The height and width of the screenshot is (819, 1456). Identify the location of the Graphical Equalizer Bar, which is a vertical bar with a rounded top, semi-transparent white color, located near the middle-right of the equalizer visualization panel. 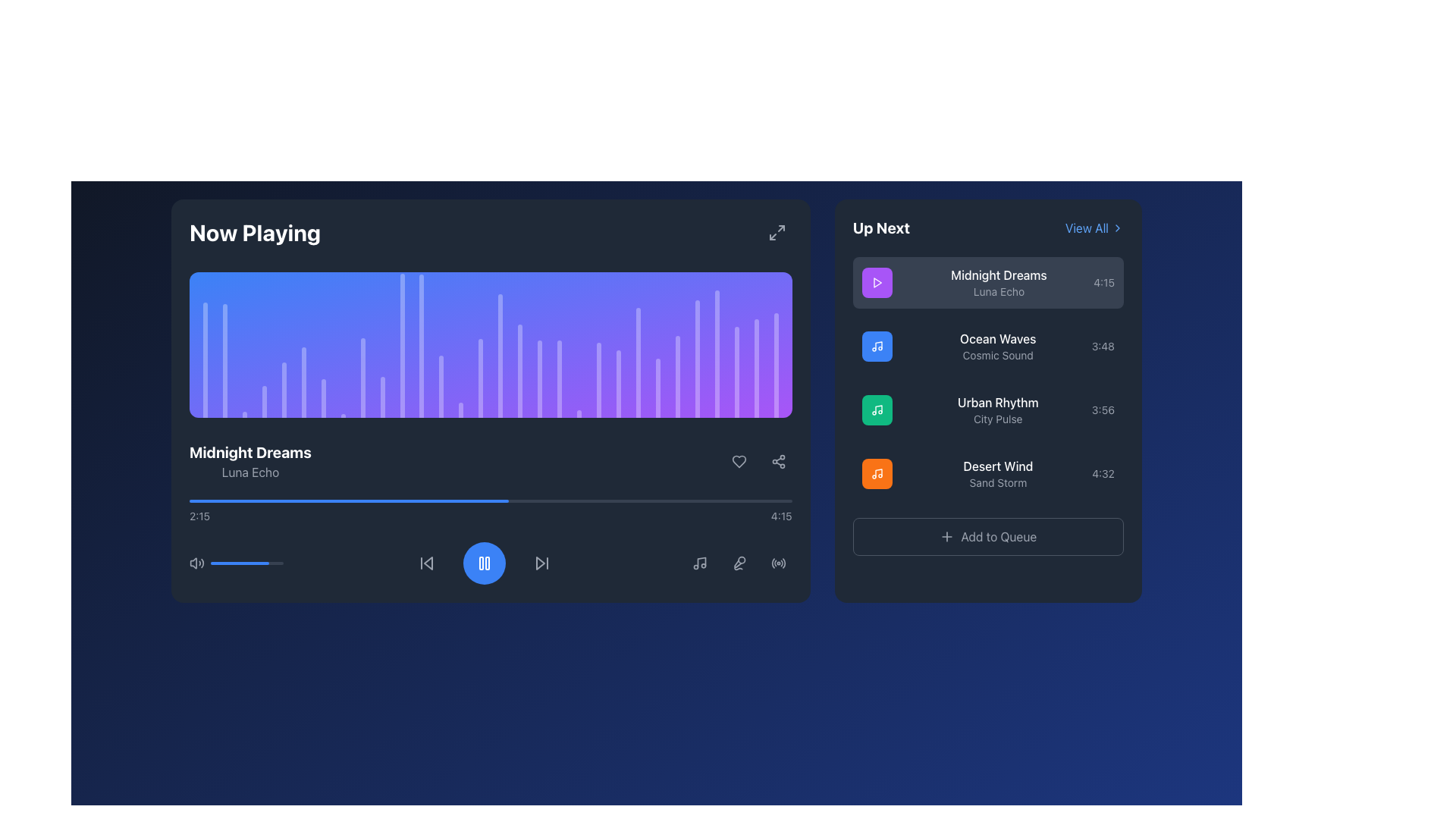
(657, 388).